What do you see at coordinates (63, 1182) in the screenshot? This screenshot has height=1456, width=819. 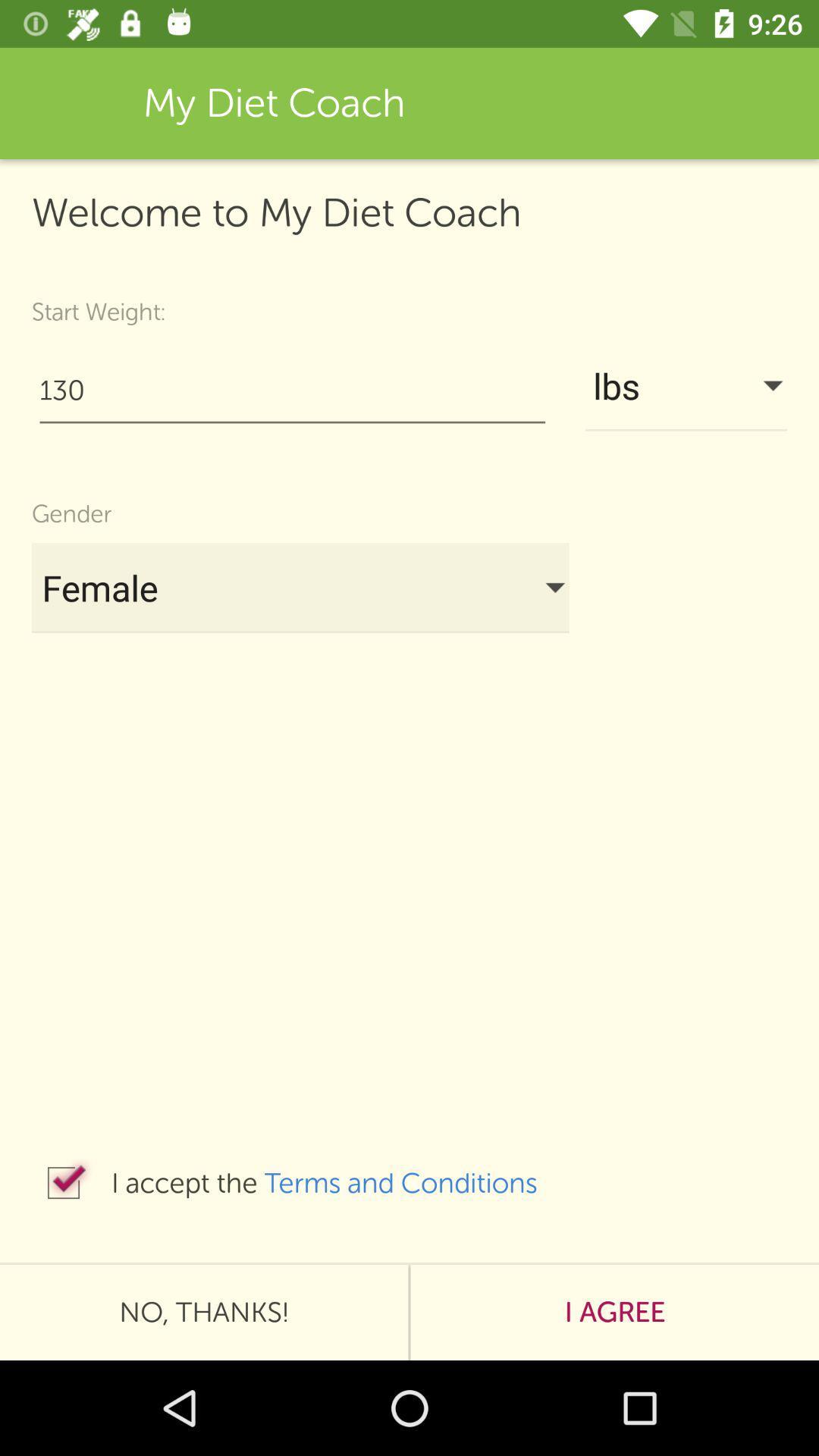 I see `the icon to the left of the i accept the` at bounding box center [63, 1182].